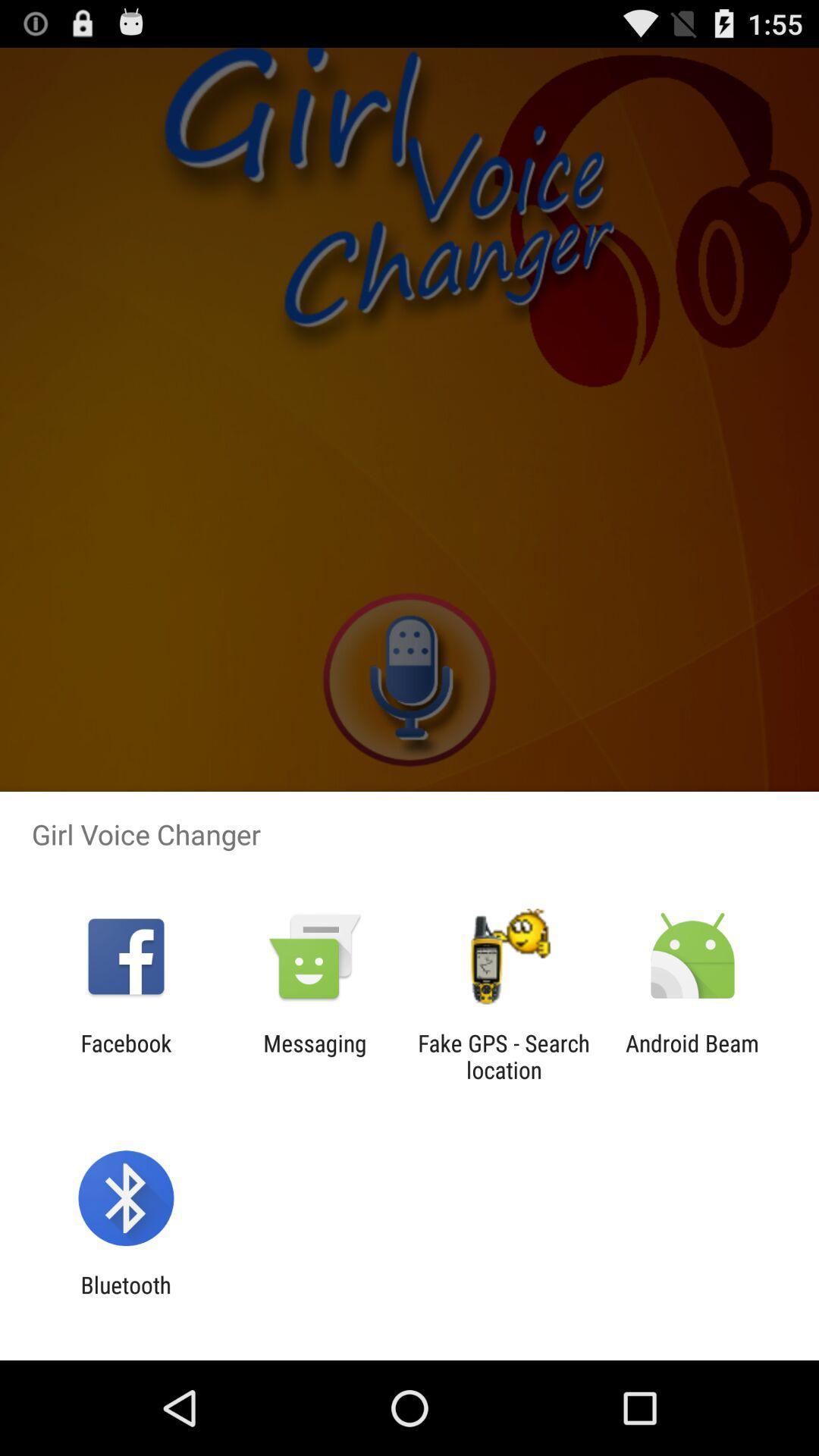 This screenshot has height=1456, width=819. Describe the element at coordinates (692, 1056) in the screenshot. I see `the android beam icon` at that location.